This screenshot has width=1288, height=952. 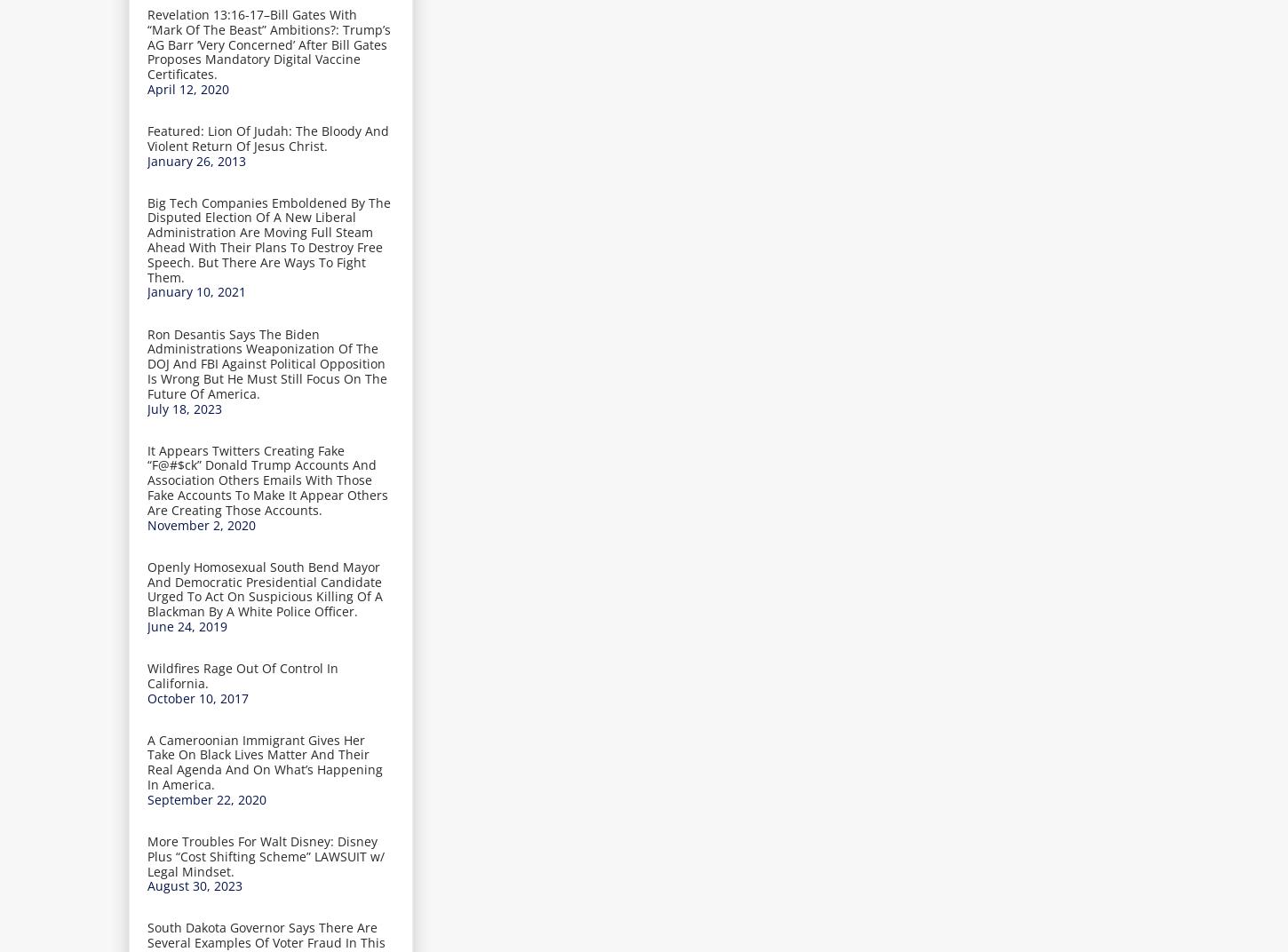 What do you see at coordinates (183, 407) in the screenshot?
I see `'July 18, 2023'` at bounding box center [183, 407].